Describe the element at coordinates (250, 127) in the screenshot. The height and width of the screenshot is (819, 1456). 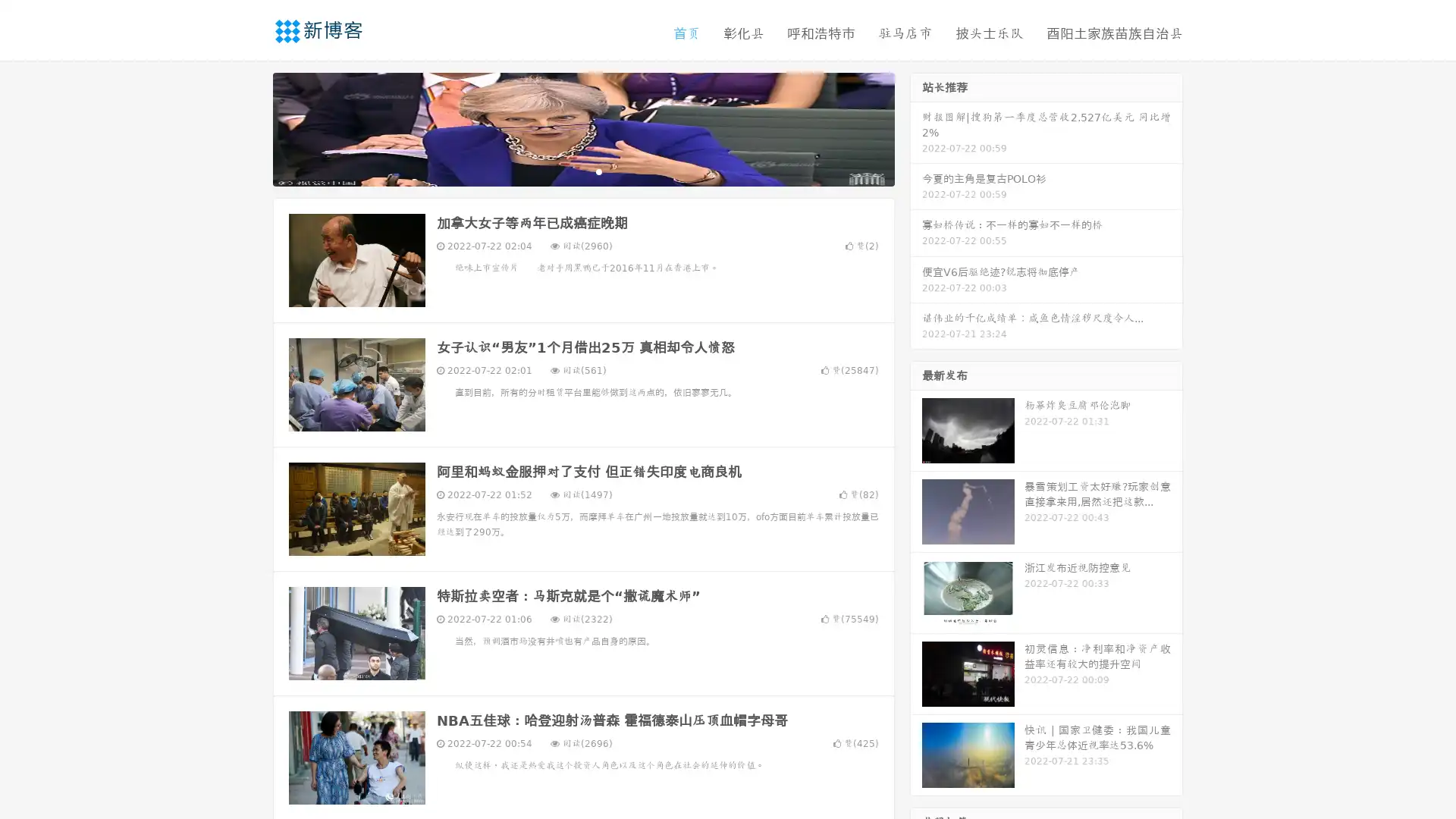
I see `Previous slide` at that location.